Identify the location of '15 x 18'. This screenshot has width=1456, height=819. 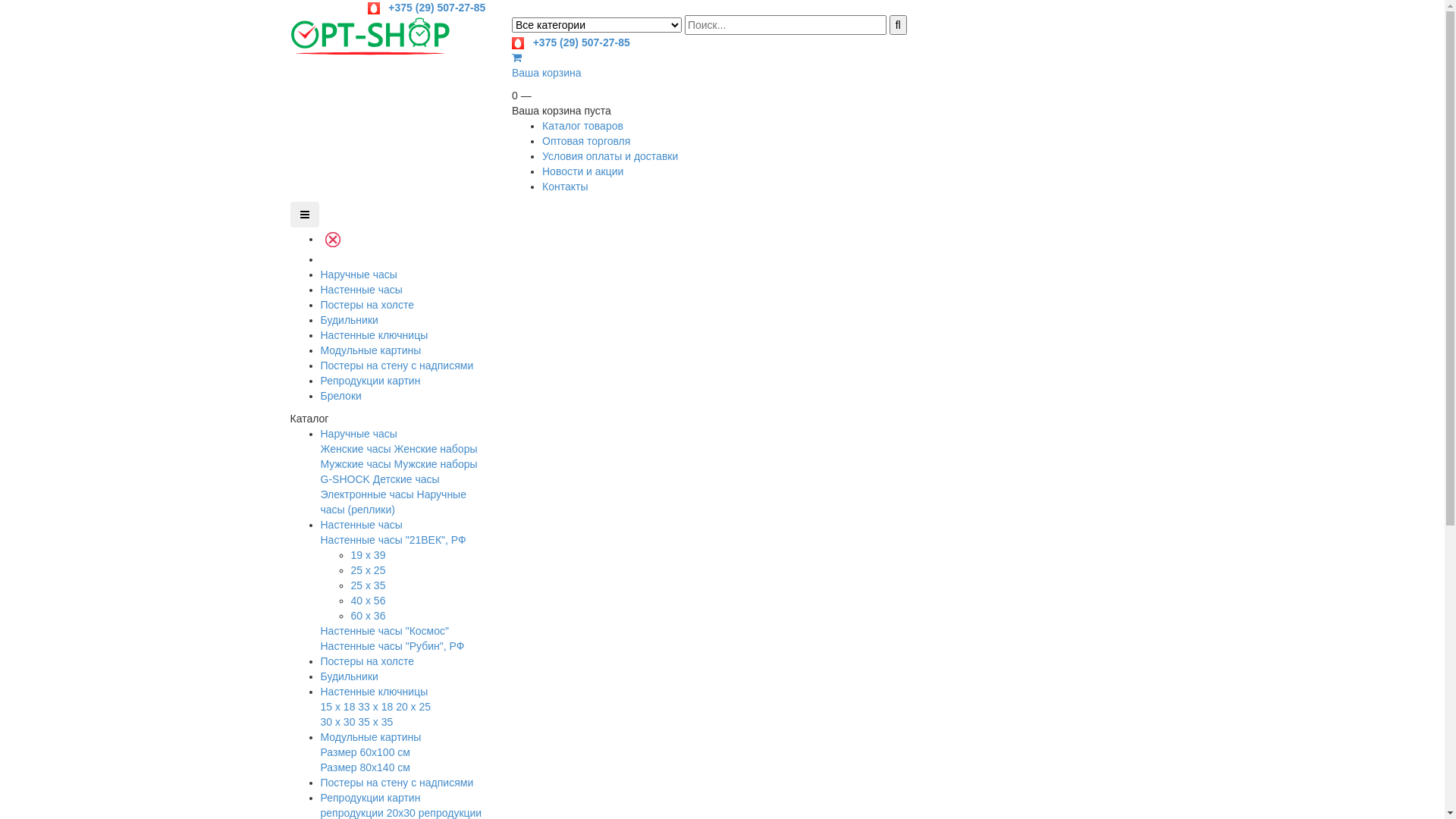
(319, 707).